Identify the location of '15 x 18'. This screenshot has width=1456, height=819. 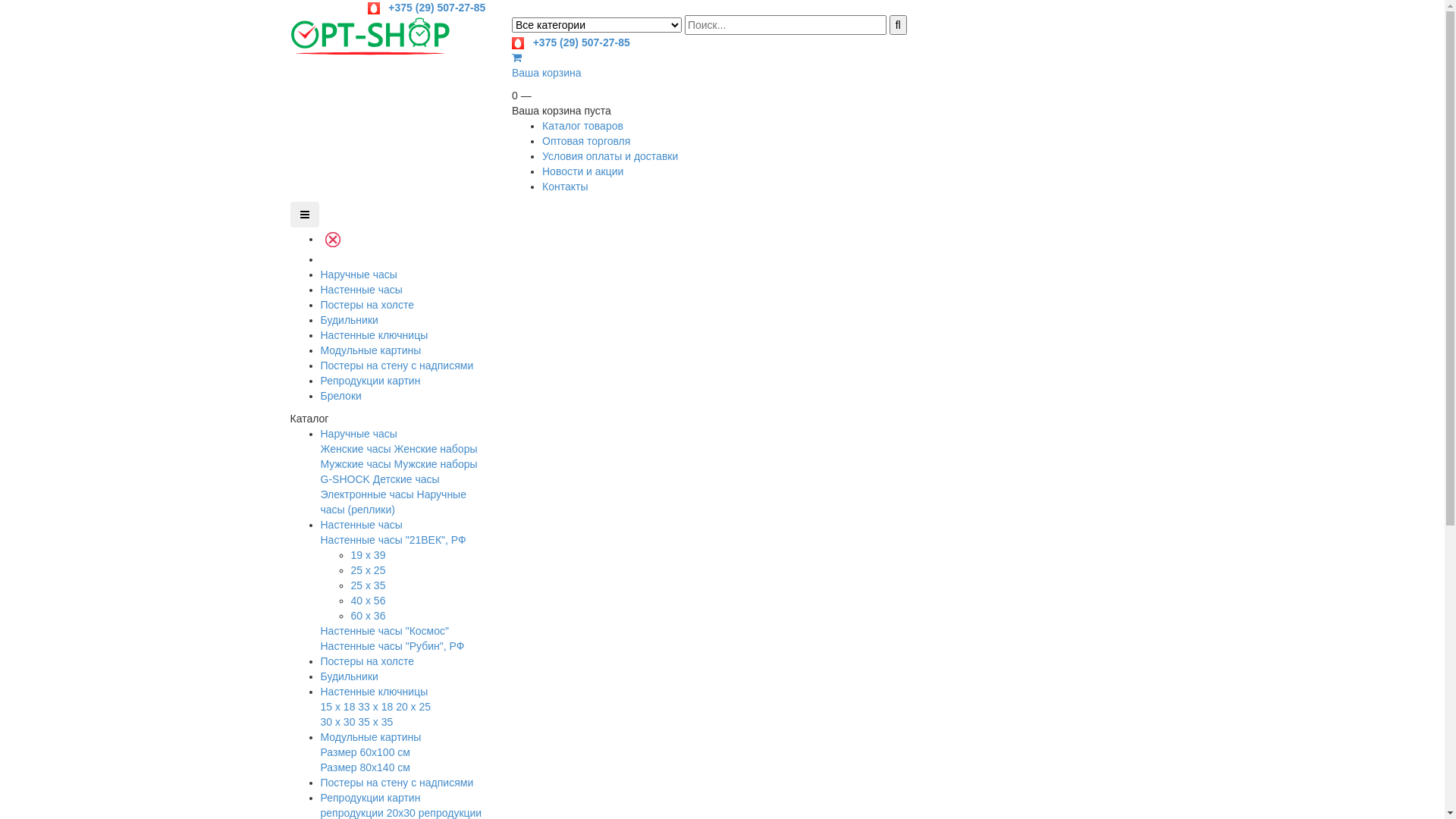
(319, 707).